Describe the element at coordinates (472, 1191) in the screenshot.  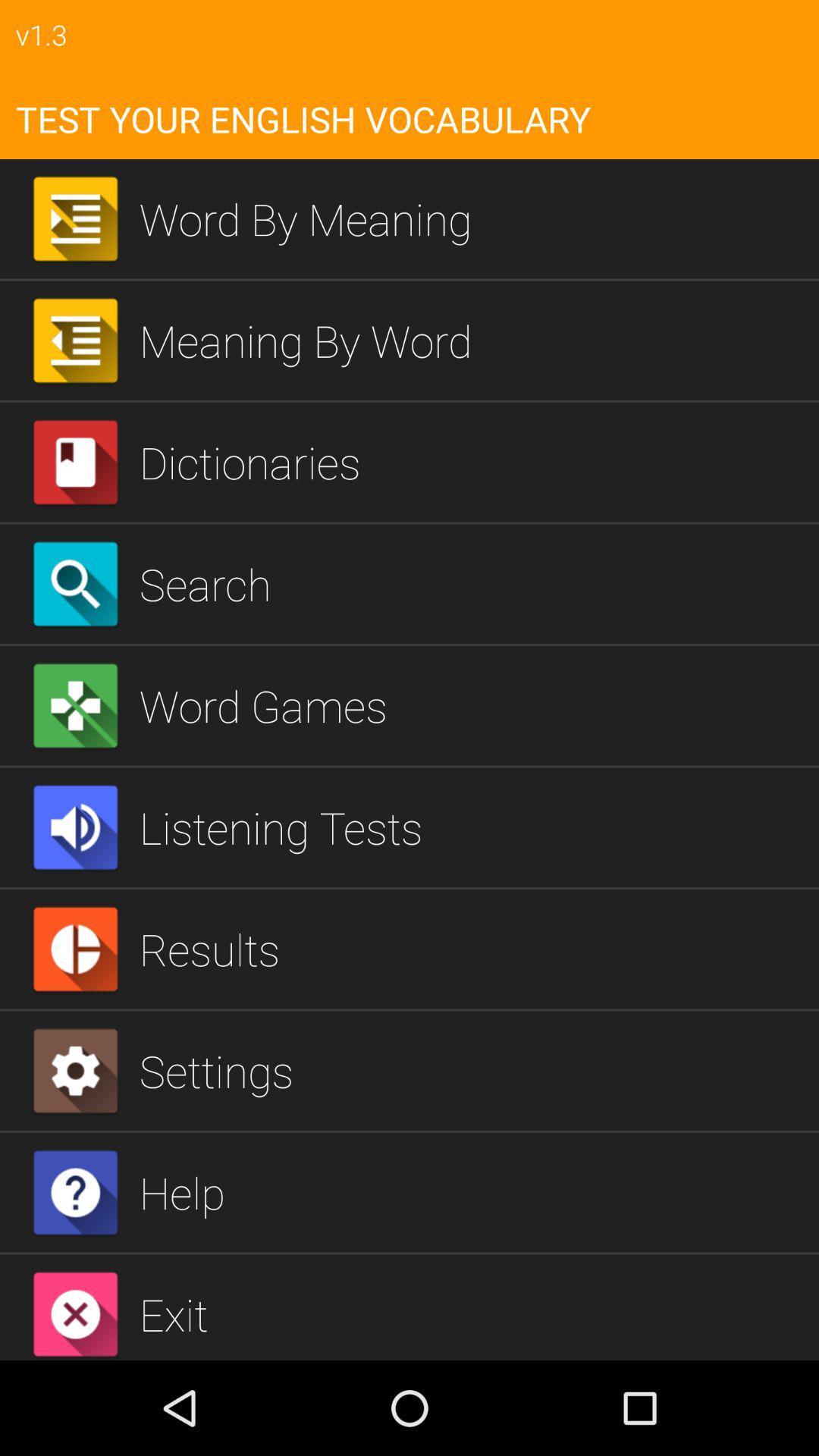
I see `the app below the settings icon` at that location.